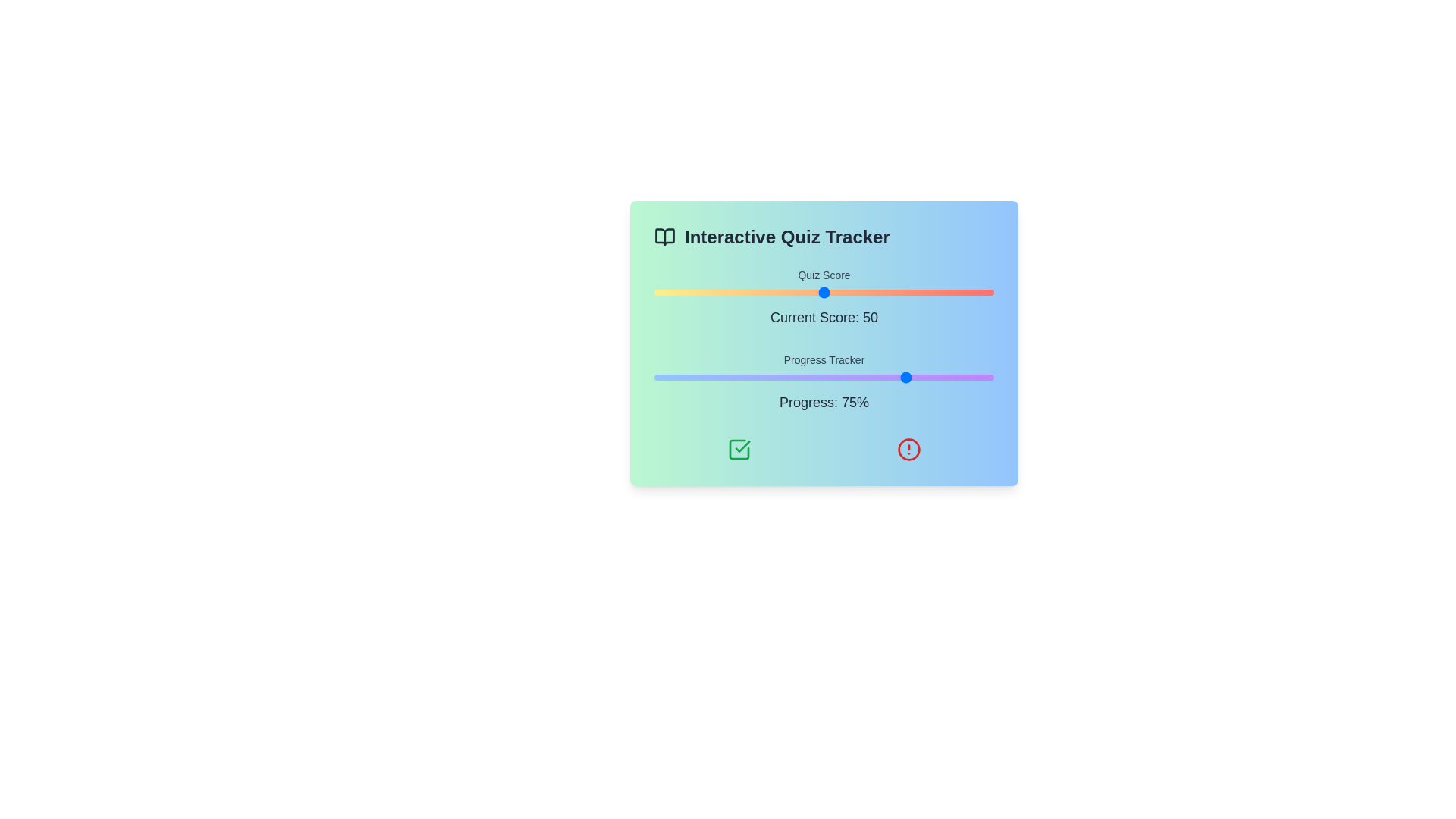  Describe the element at coordinates (909, 449) in the screenshot. I see `the red alert icon to indicate issues or errors` at that location.